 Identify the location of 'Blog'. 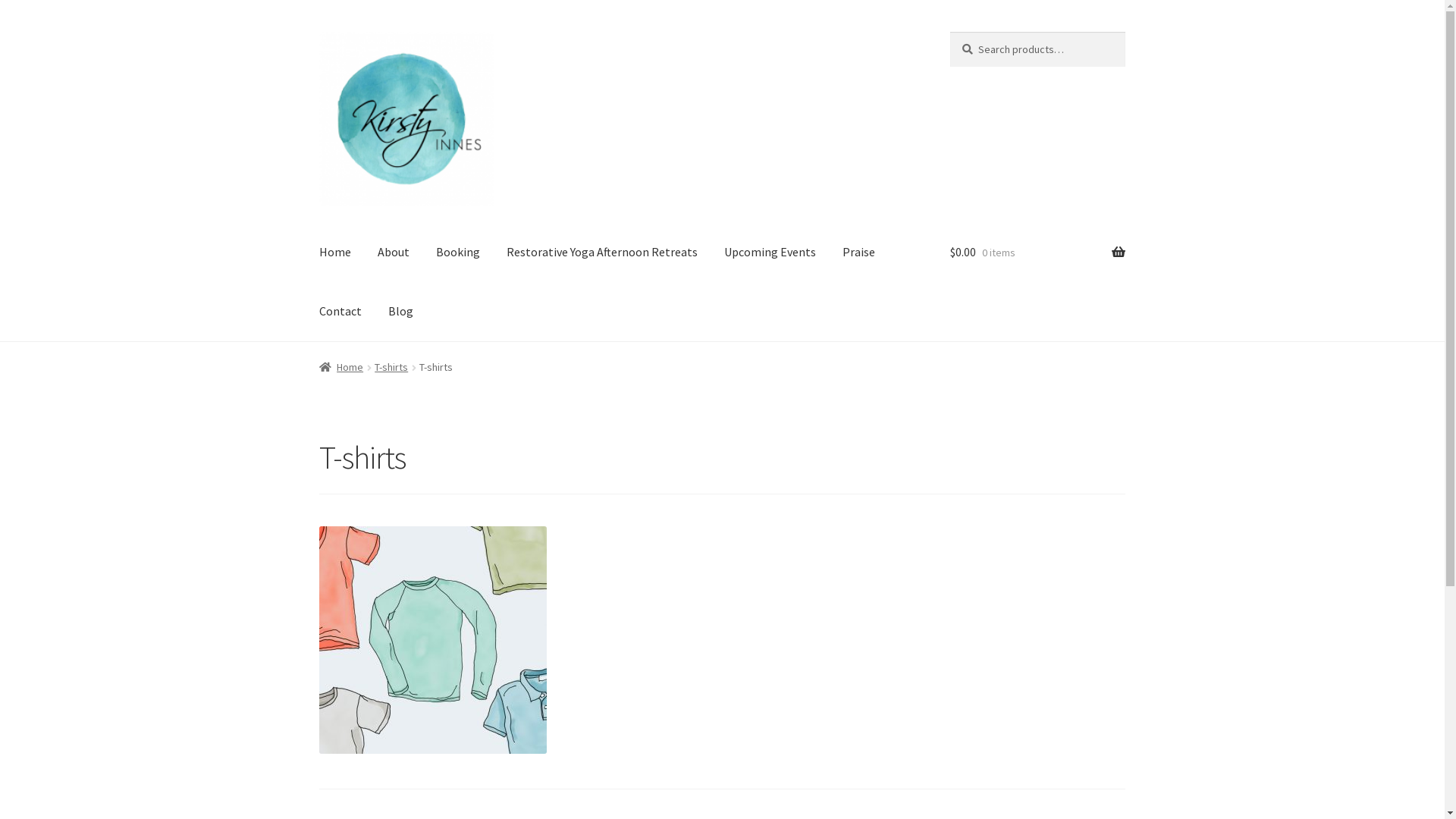
(400, 311).